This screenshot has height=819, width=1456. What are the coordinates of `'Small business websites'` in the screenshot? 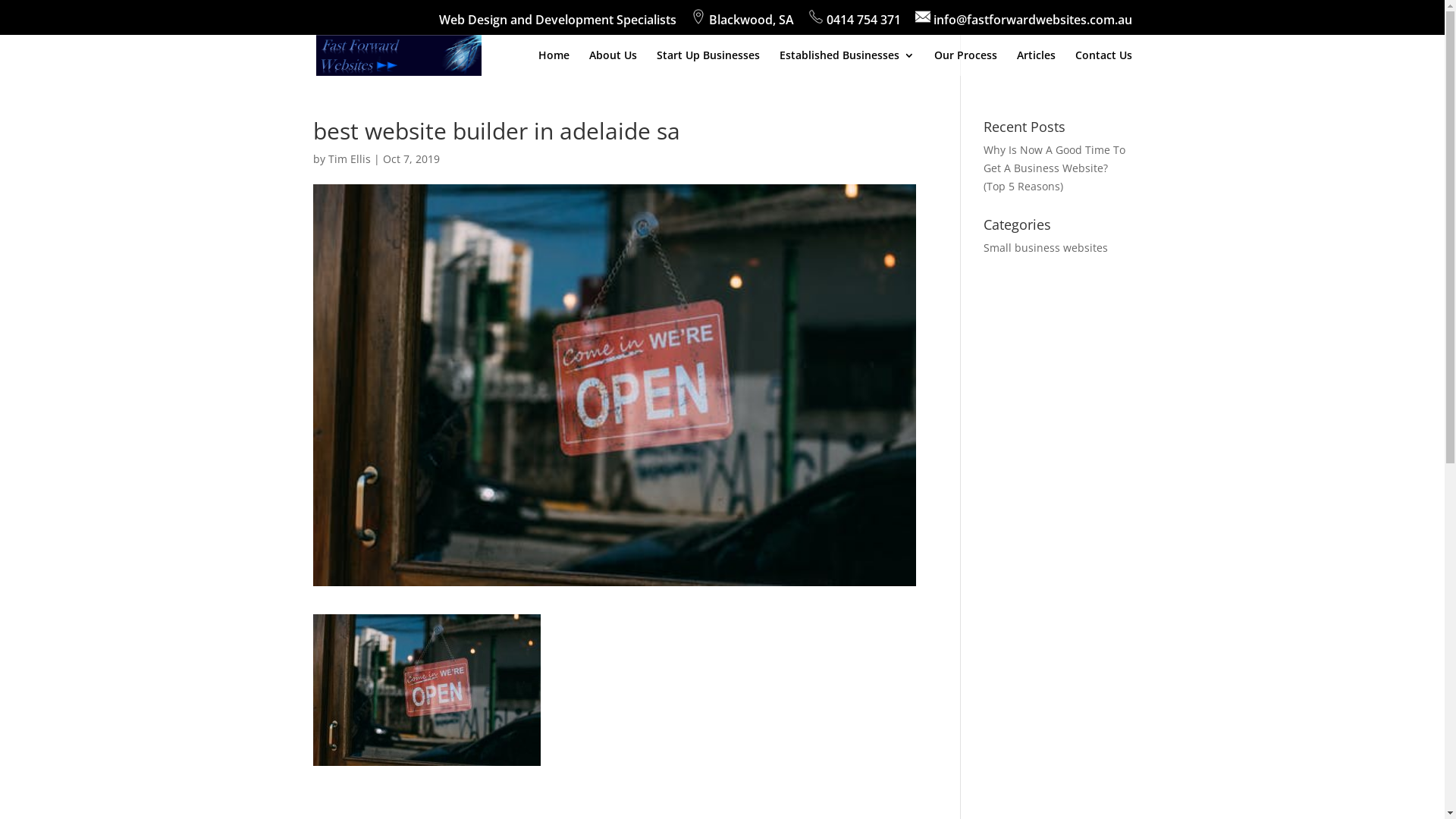 It's located at (1044, 246).